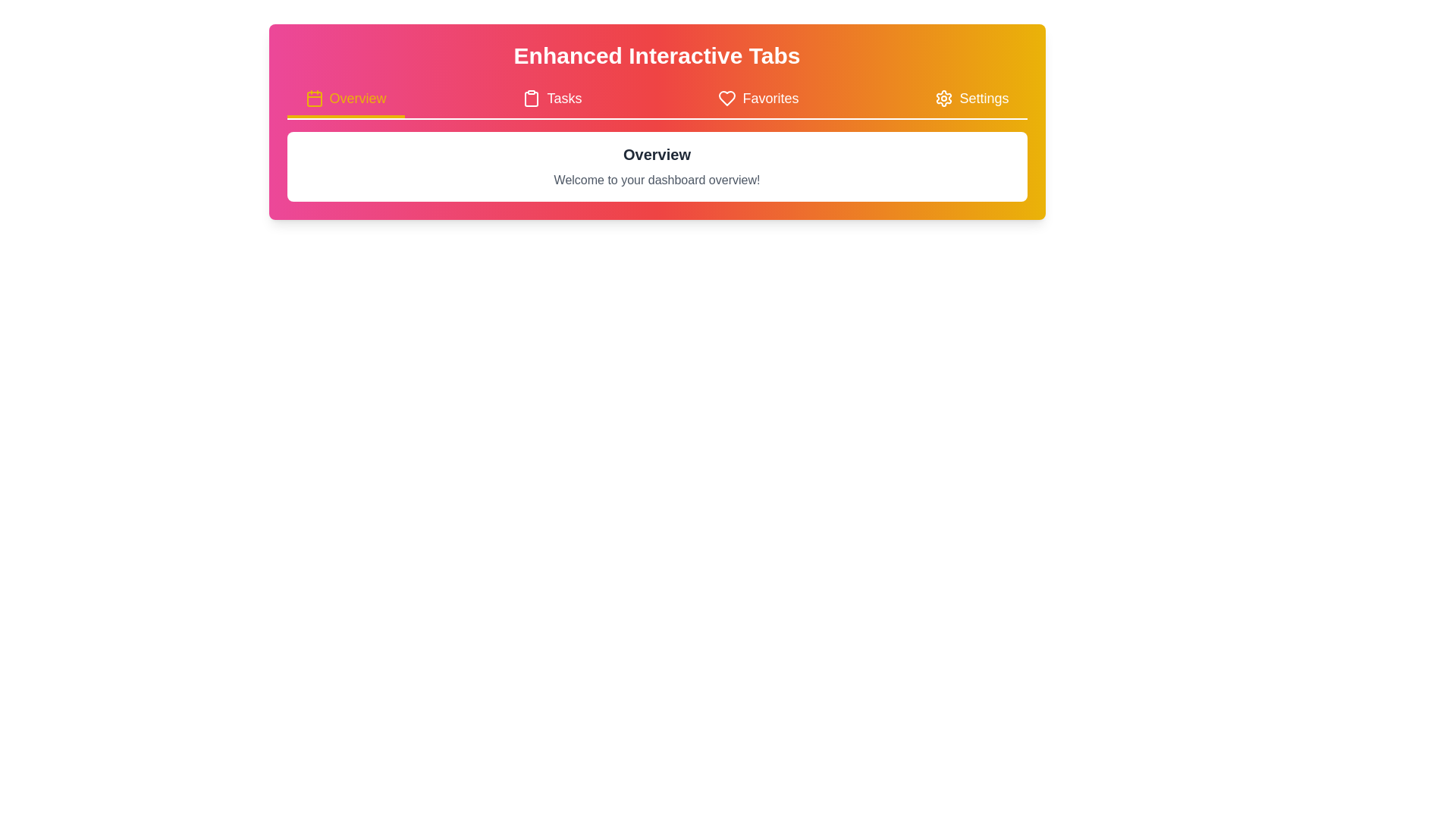 The height and width of the screenshot is (819, 1456). What do you see at coordinates (943, 99) in the screenshot?
I see `the gear-shaped settings icon, which is styled in orange and located in the top navigation bar next to the 'Settings' text` at bounding box center [943, 99].